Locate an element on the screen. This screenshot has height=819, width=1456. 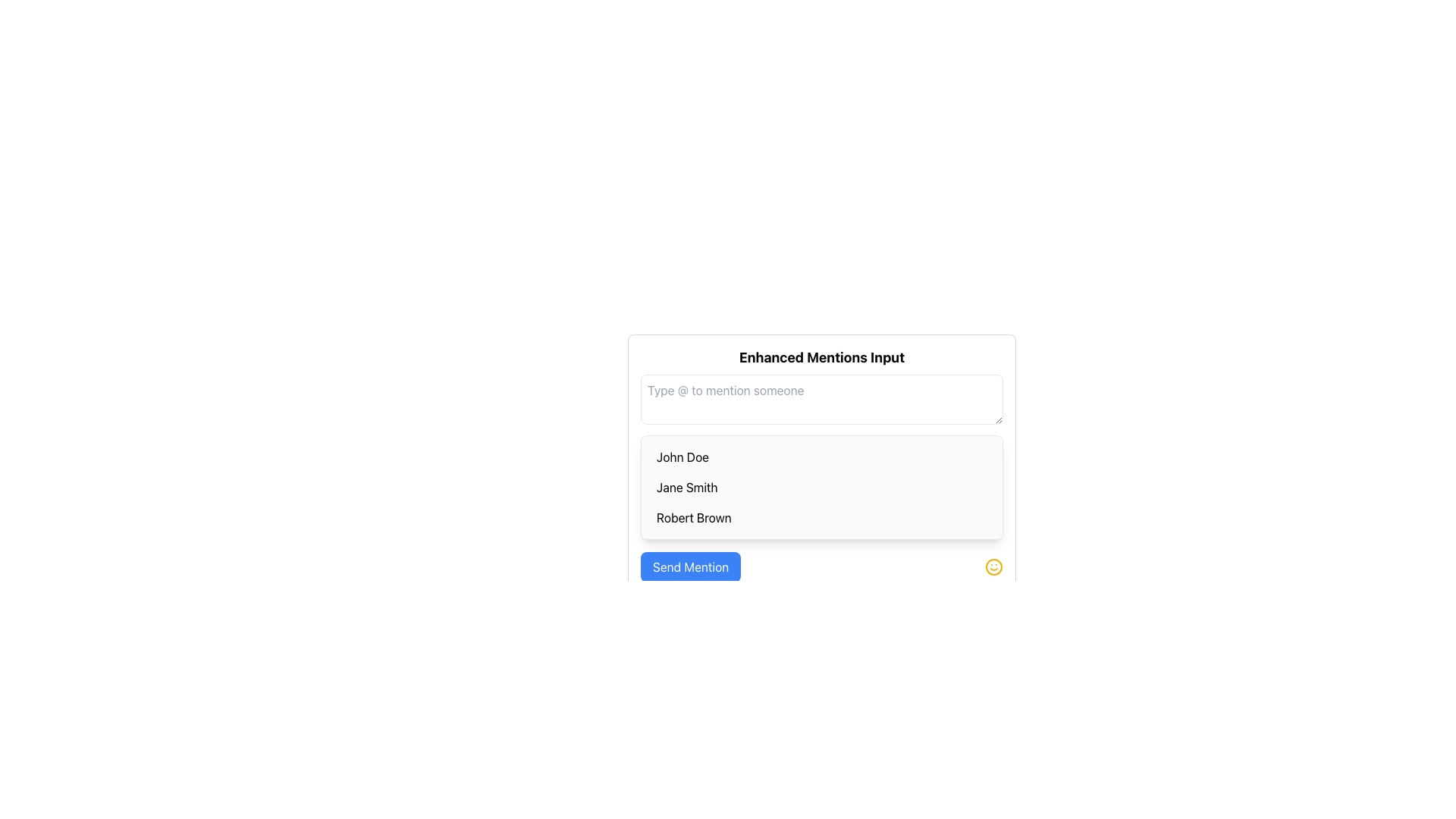
to select the first list item displaying the name 'John Doe' in the dropdown interface is located at coordinates (821, 456).